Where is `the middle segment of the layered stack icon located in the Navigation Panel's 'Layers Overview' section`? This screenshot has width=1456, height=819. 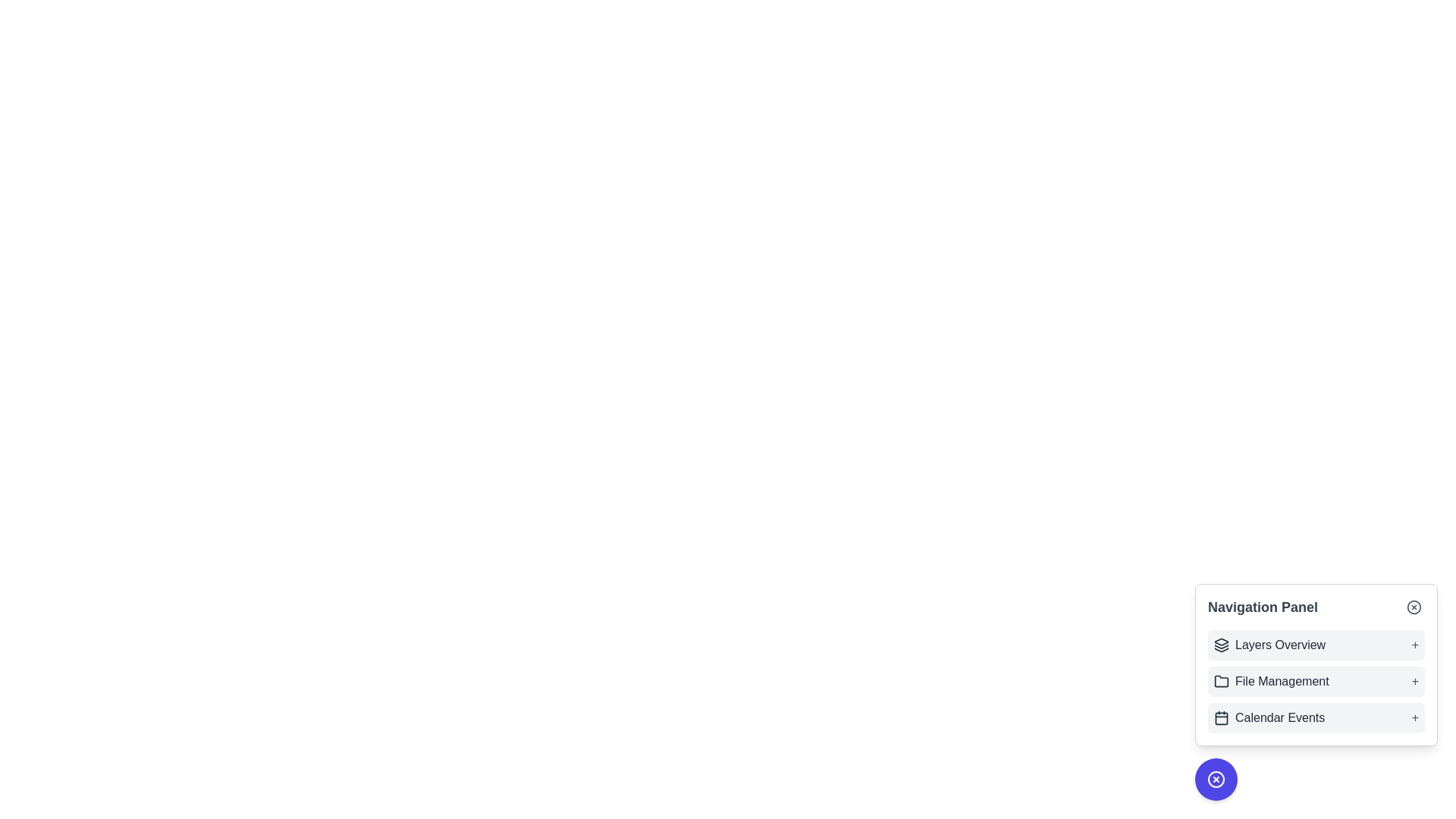 the middle segment of the layered stack icon located in the Navigation Panel's 'Layers Overview' section is located at coordinates (1222, 646).